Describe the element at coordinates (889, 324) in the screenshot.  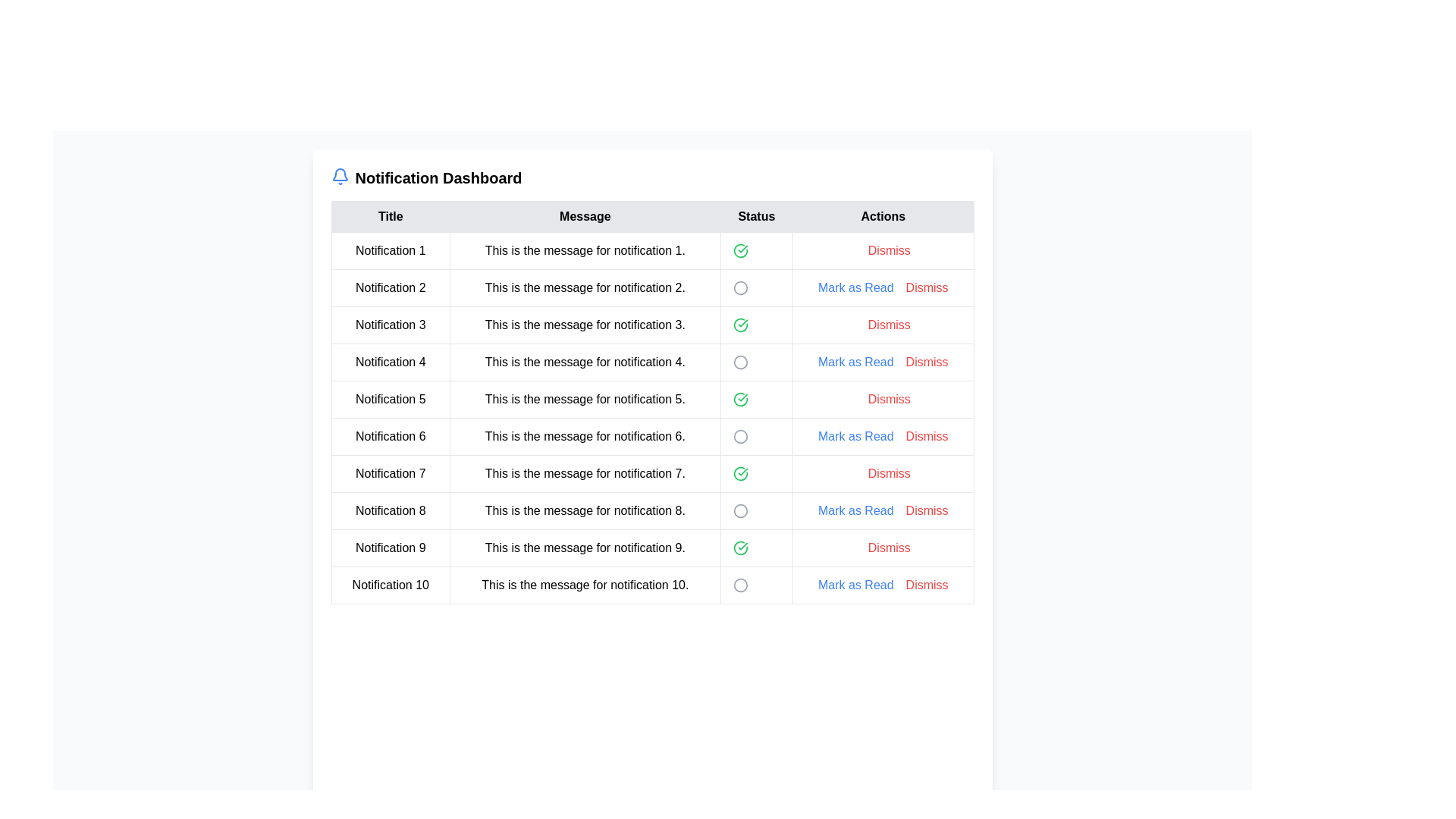
I see `the red underlined text link labeled 'Dismiss'` at that location.